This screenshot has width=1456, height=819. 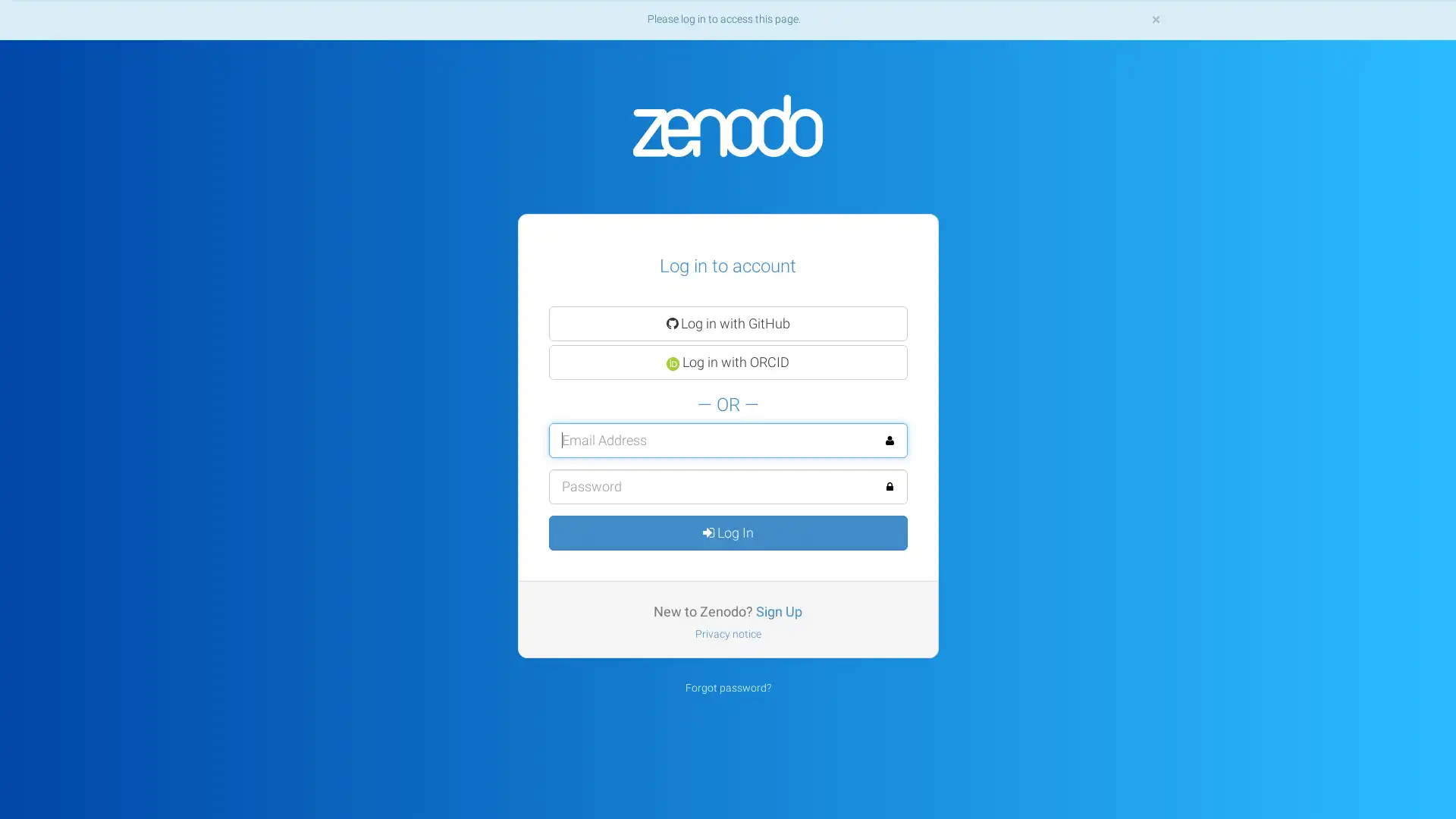 I want to click on Log In, so click(x=726, y=532).